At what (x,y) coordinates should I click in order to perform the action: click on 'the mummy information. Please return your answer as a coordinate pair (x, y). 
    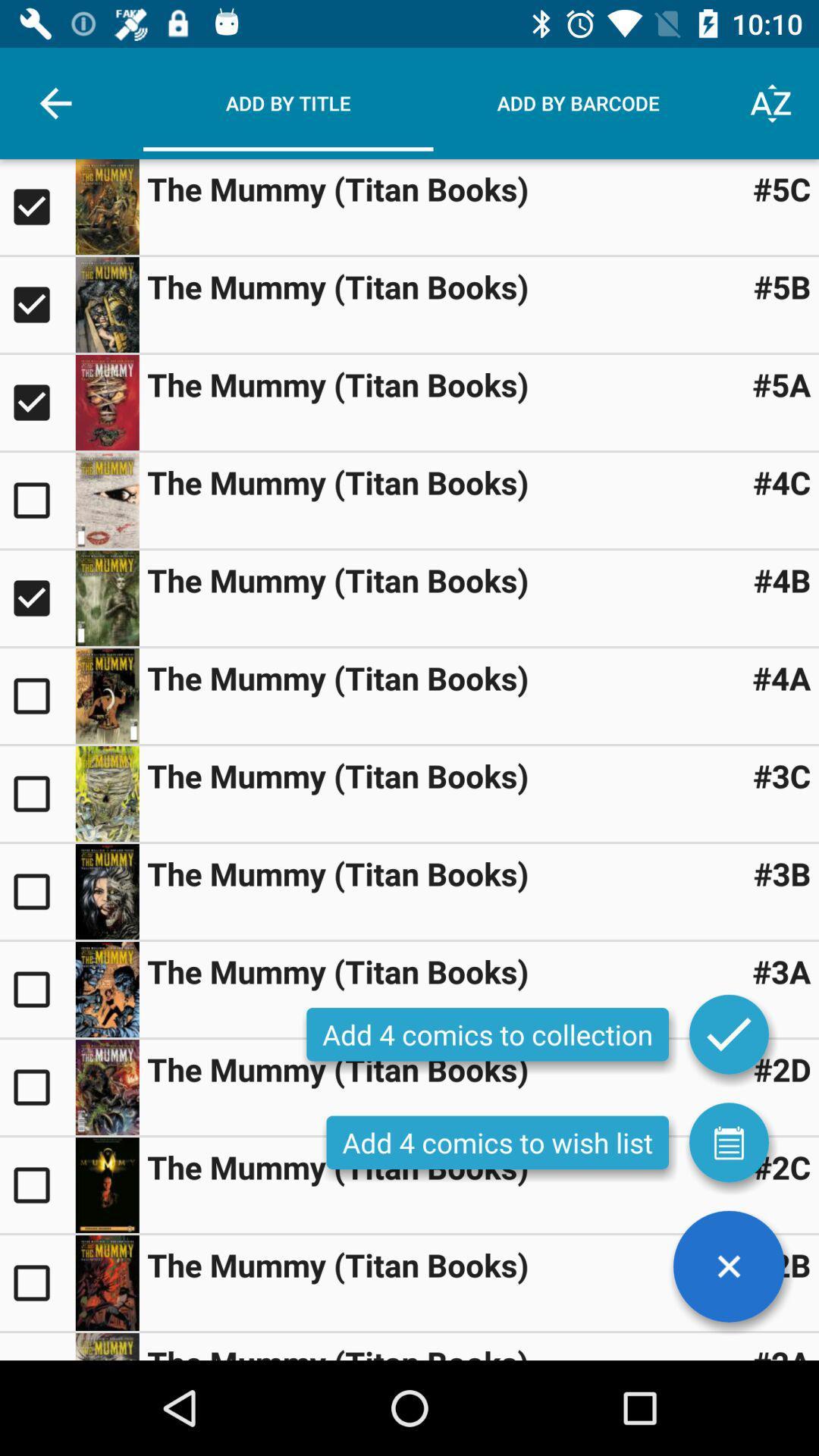
    Looking at the image, I should click on (106, 206).